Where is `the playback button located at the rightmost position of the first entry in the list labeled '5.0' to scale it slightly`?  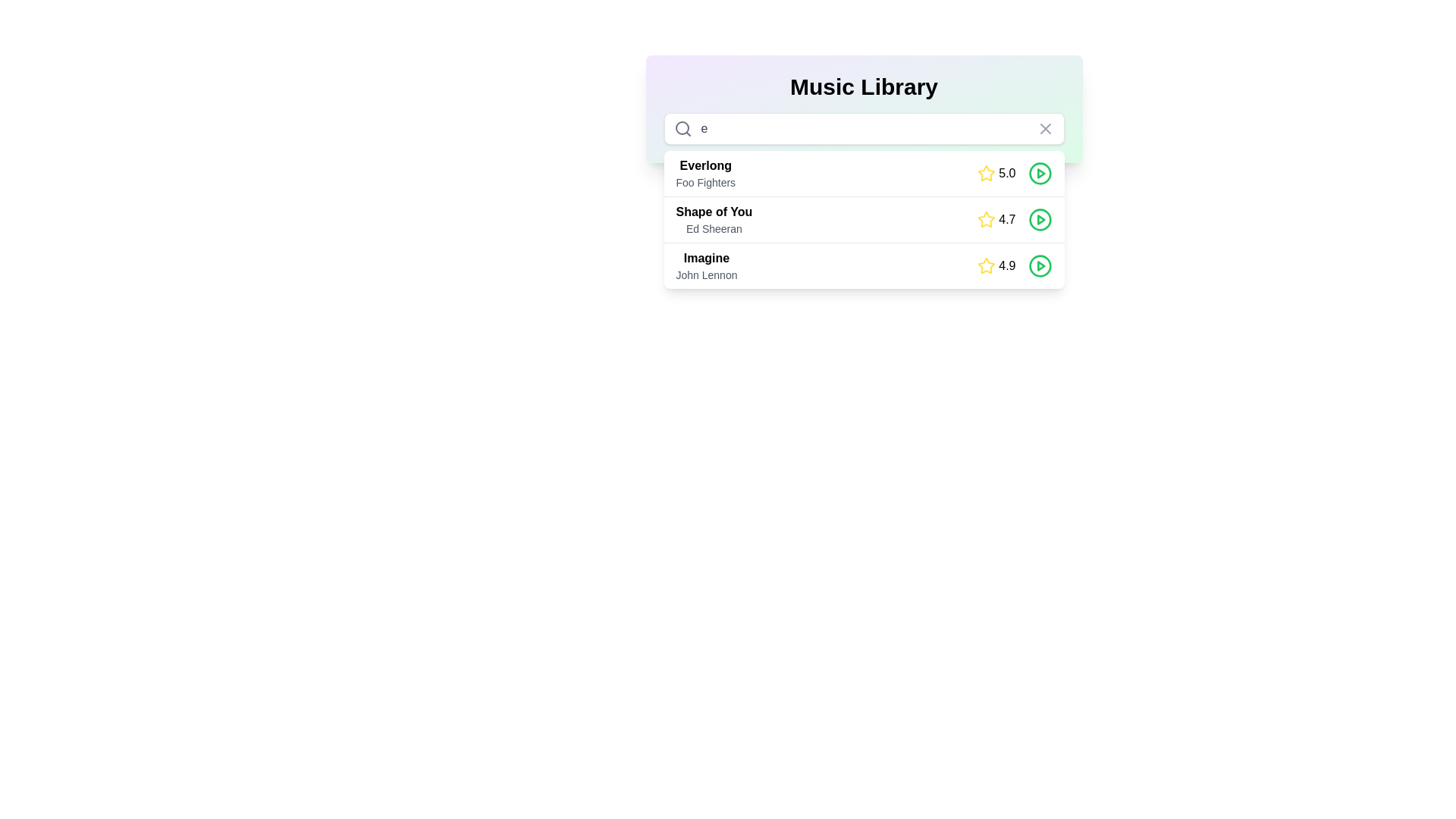
the playback button located at the rightmost position of the first entry in the list labeled '5.0' to scale it slightly is located at coordinates (1039, 172).